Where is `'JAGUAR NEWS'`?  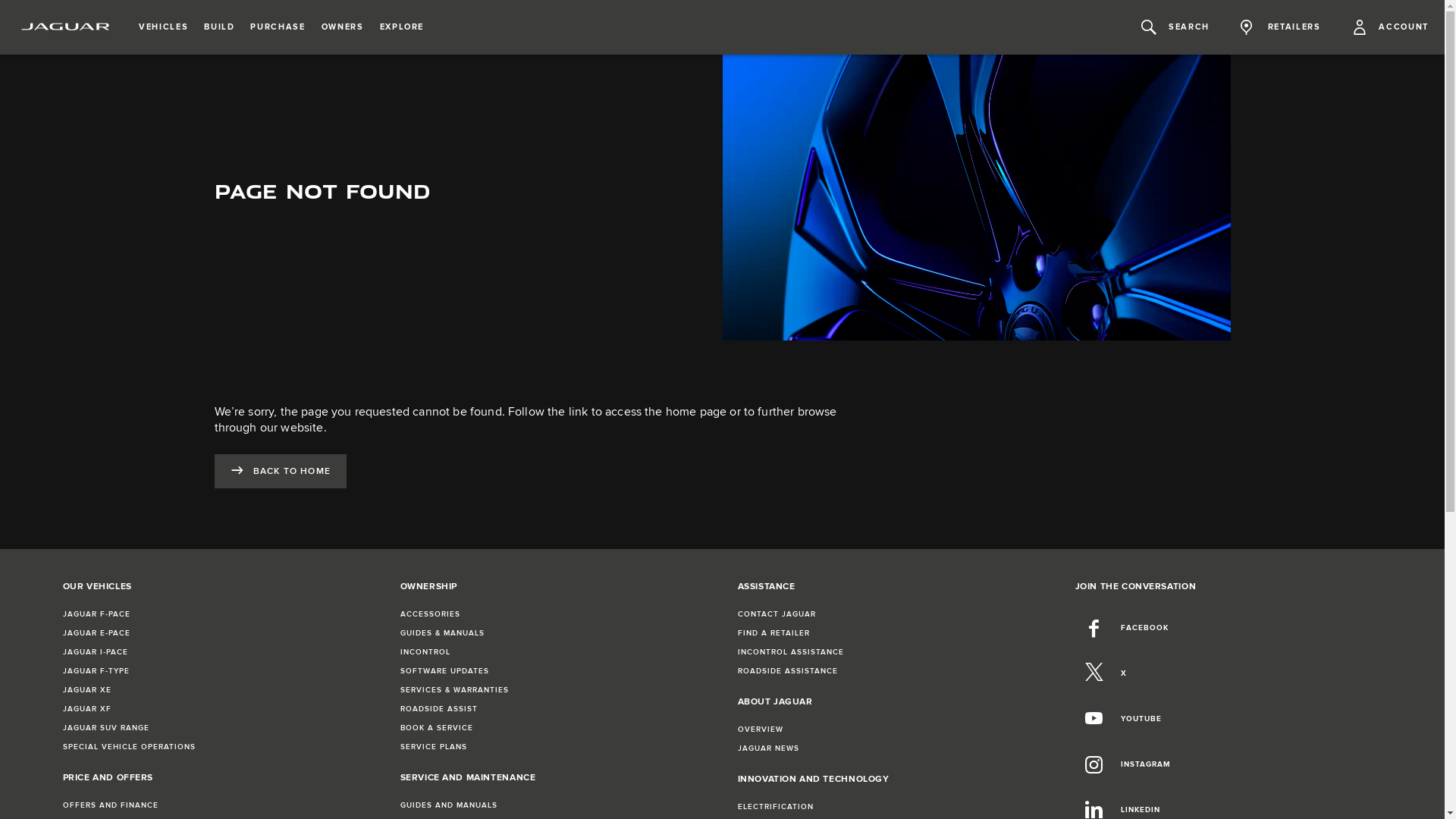 'JAGUAR NEWS' is located at coordinates (767, 748).